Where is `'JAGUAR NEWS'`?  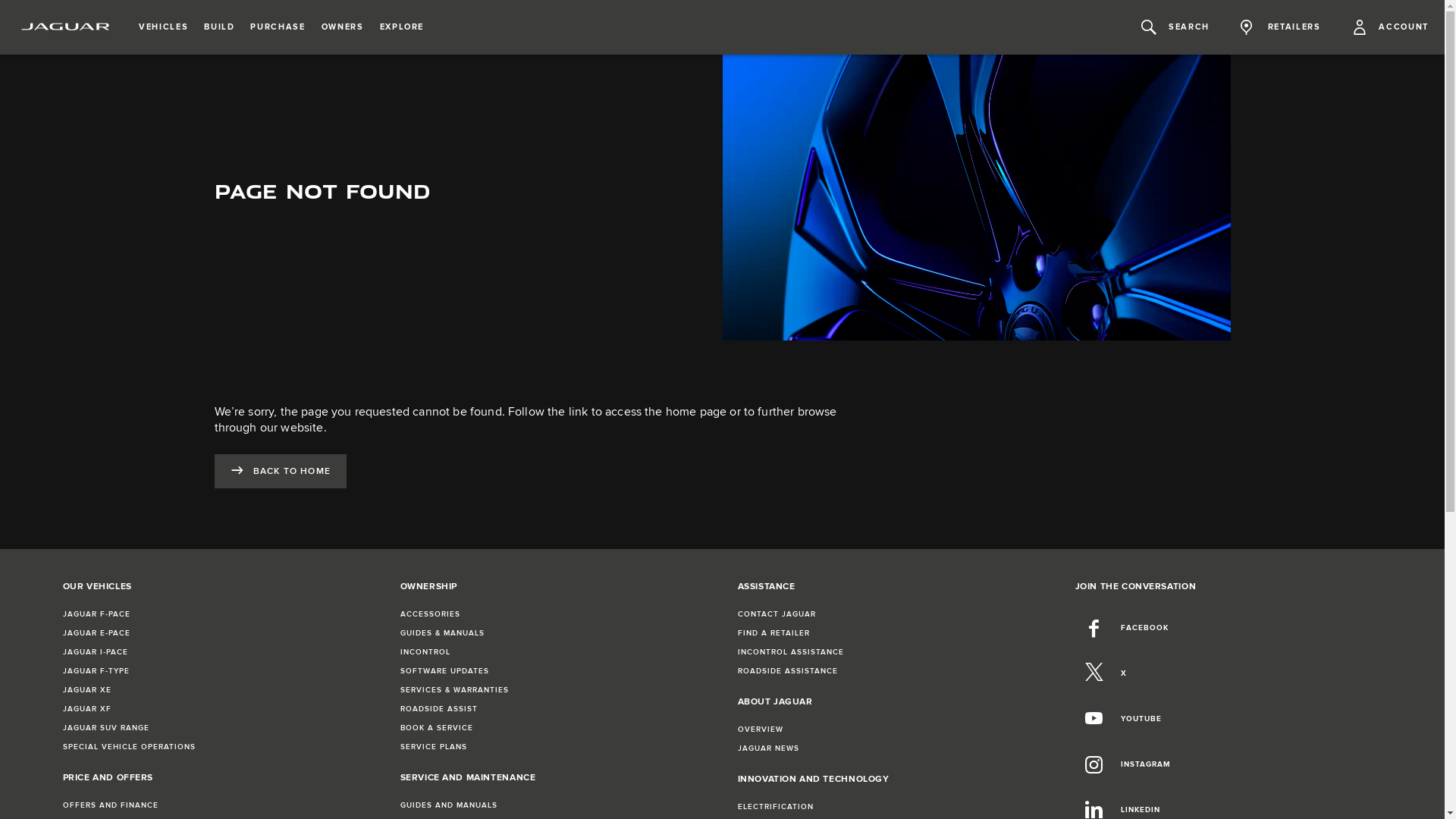 'JAGUAR NEWS' is located at coordinates (767, 748).